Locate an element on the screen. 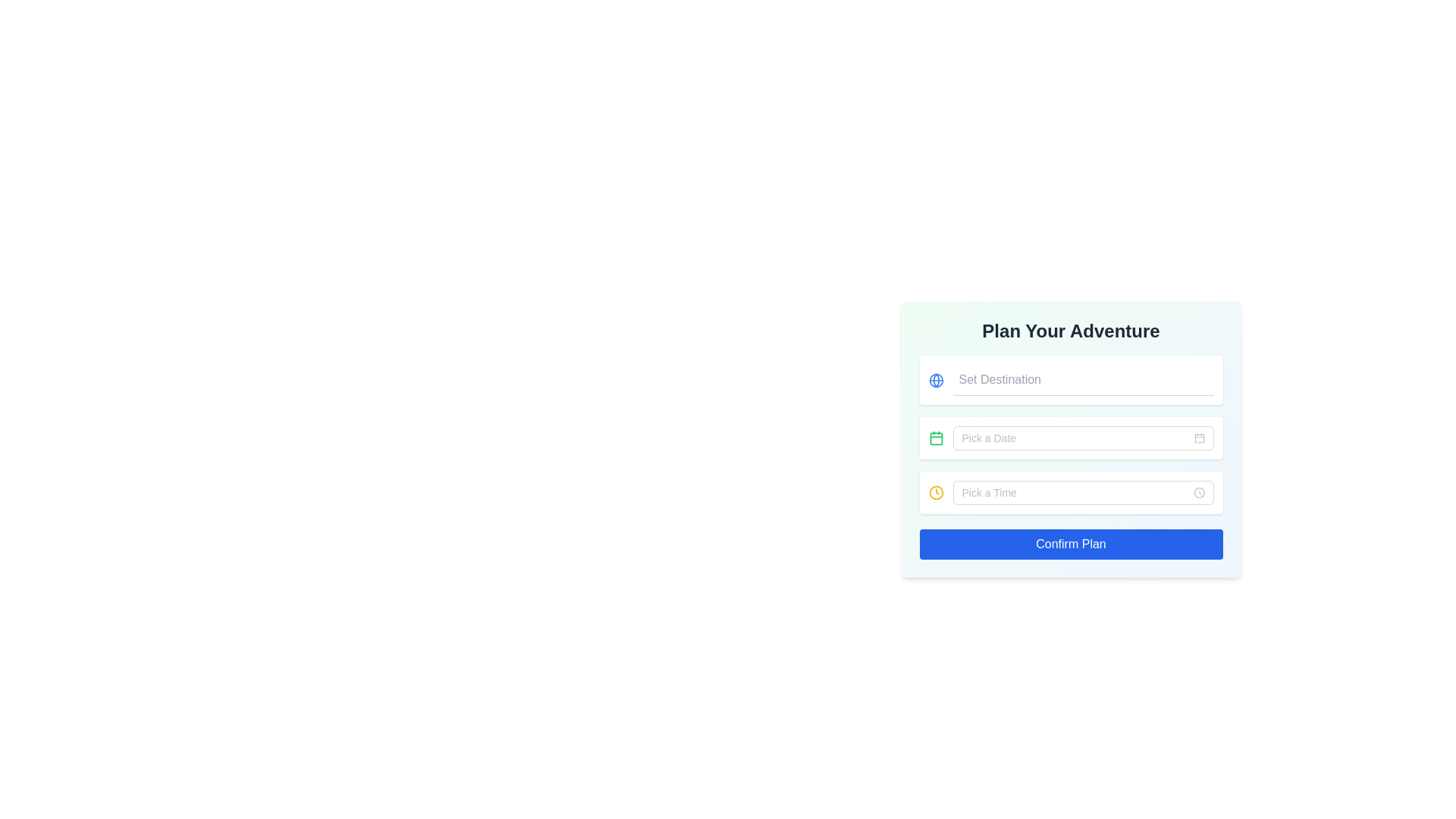 The width and height of the screenshot is (1456, 819). the date input field with placeholder 'Pick a Date' is located at coordinates (1070, 439).